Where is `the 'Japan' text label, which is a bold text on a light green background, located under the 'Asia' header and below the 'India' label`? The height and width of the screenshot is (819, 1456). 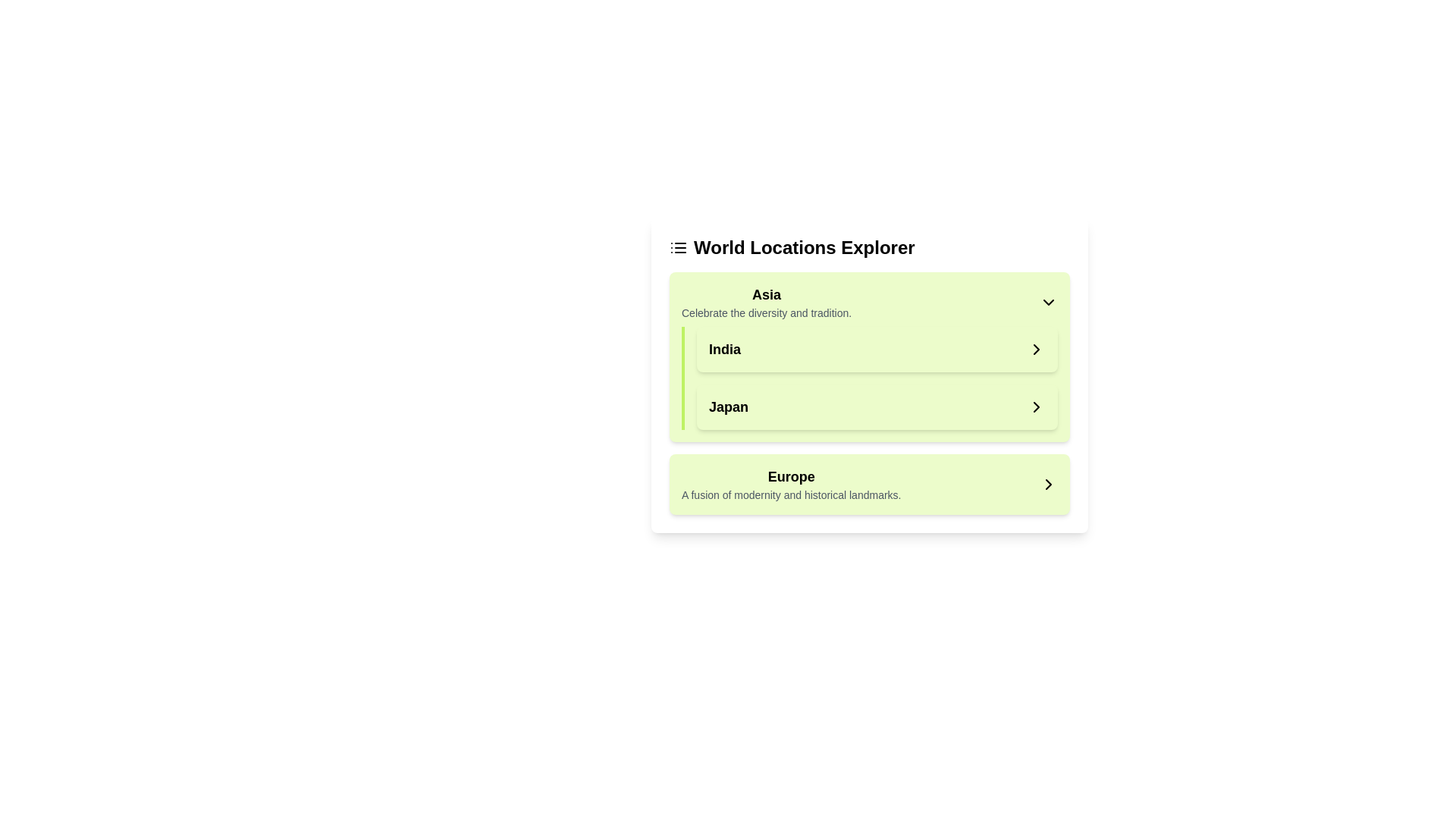 the 'Japan' text label, which is a bold text on a light green background, located under the 'Asia' header and below the 'India' label is located at coordinates (728, 406).